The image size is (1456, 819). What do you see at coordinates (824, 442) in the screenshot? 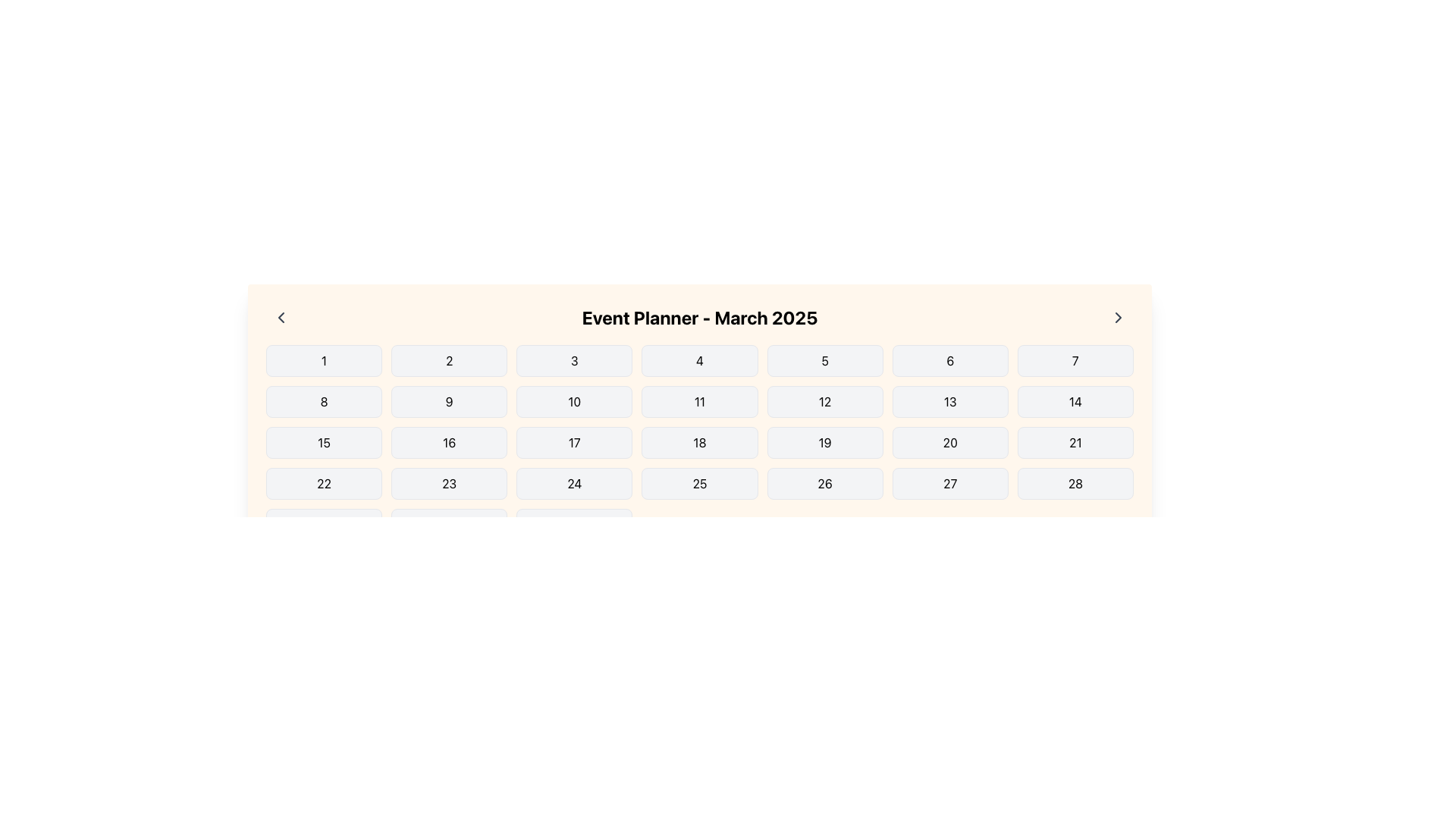
I see `the date '19' button-like element in the calendar interface, which is the seventh item in the third row of the grid layout` at bounding box center [824, 442].